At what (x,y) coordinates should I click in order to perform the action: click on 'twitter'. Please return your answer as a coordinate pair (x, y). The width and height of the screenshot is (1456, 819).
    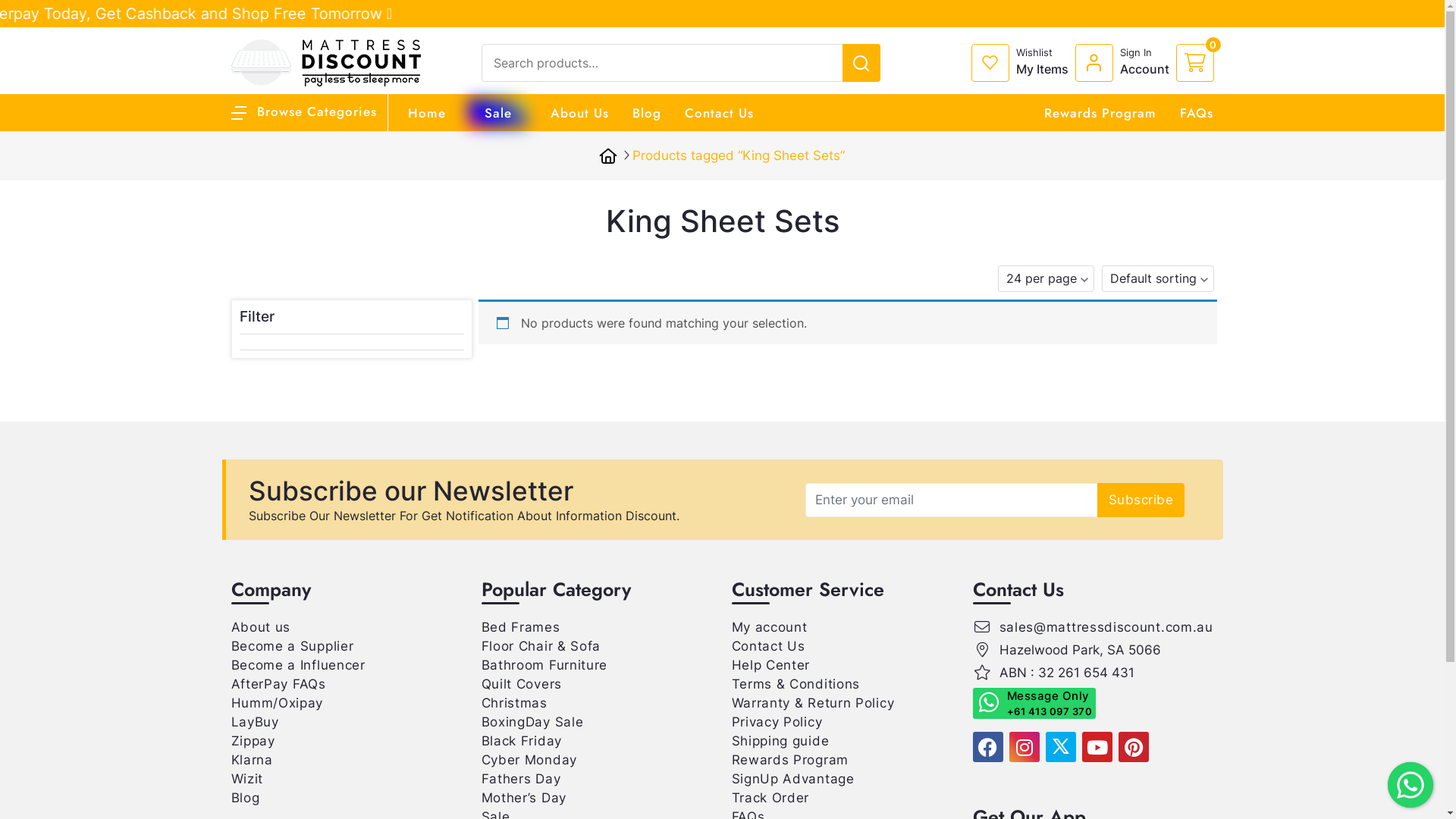
    Looking at the image, I should click on (1043, 745).